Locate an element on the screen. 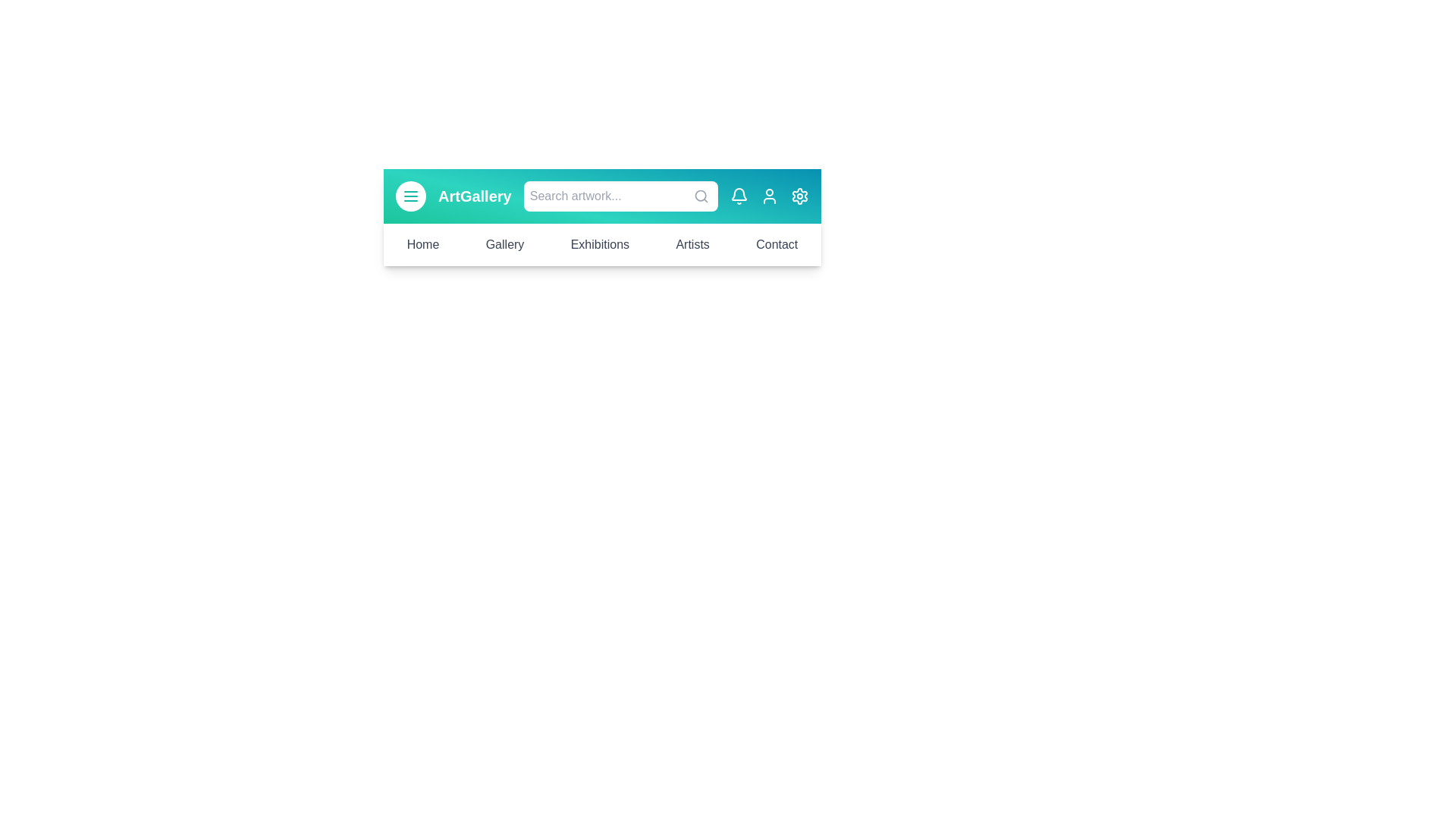 This screenshot has height=819, width=1456. the menu option Gallery to navigate to the corresponding section is located at coordinates (505, 244).